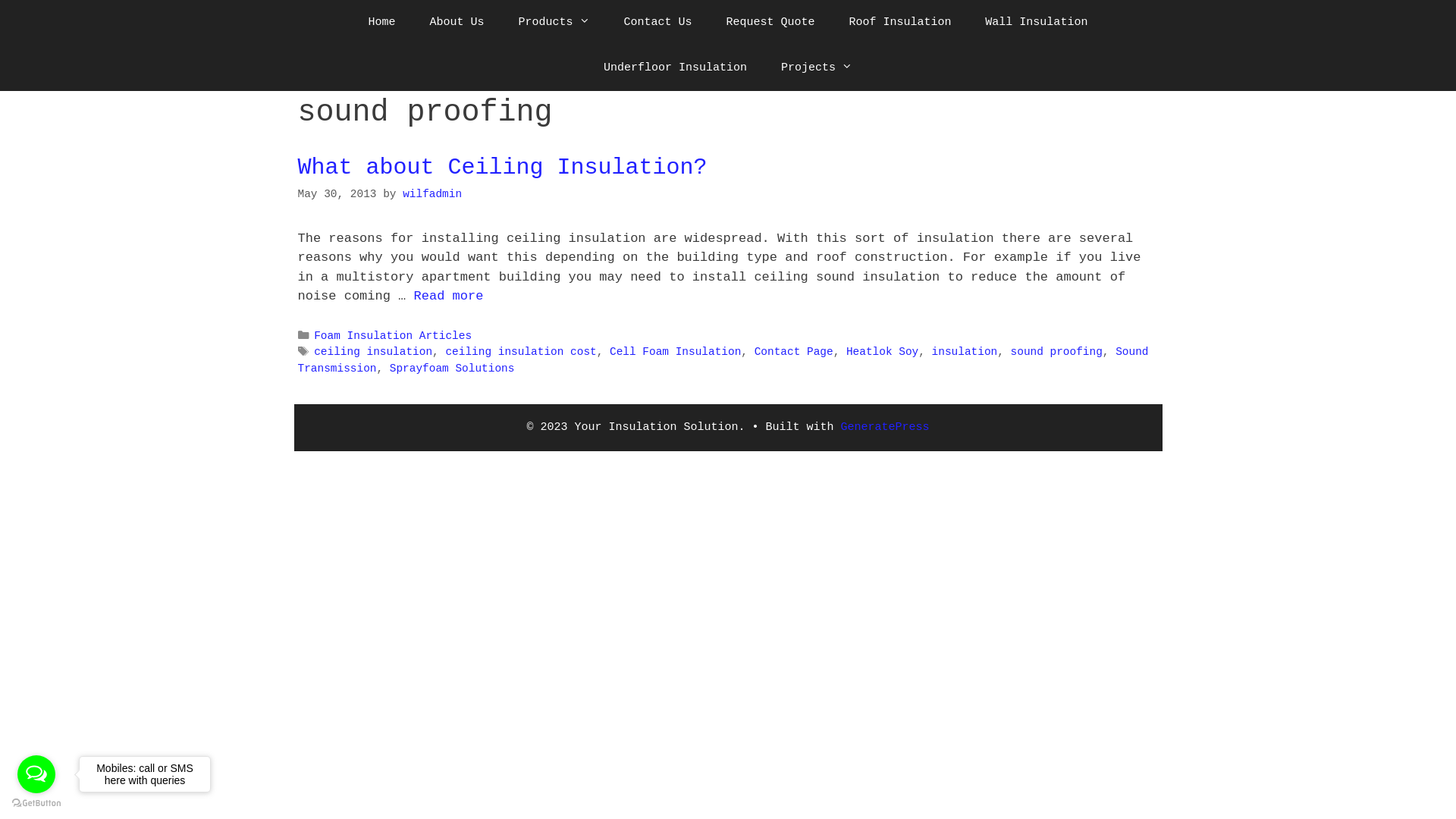 Image resolution: width=1456 pixels, height=819 pixels. What do you see at coordinates (674, 351) in the screenshot?
I see `'Cell Foam Insulation'` at bounding box center [674, 351].